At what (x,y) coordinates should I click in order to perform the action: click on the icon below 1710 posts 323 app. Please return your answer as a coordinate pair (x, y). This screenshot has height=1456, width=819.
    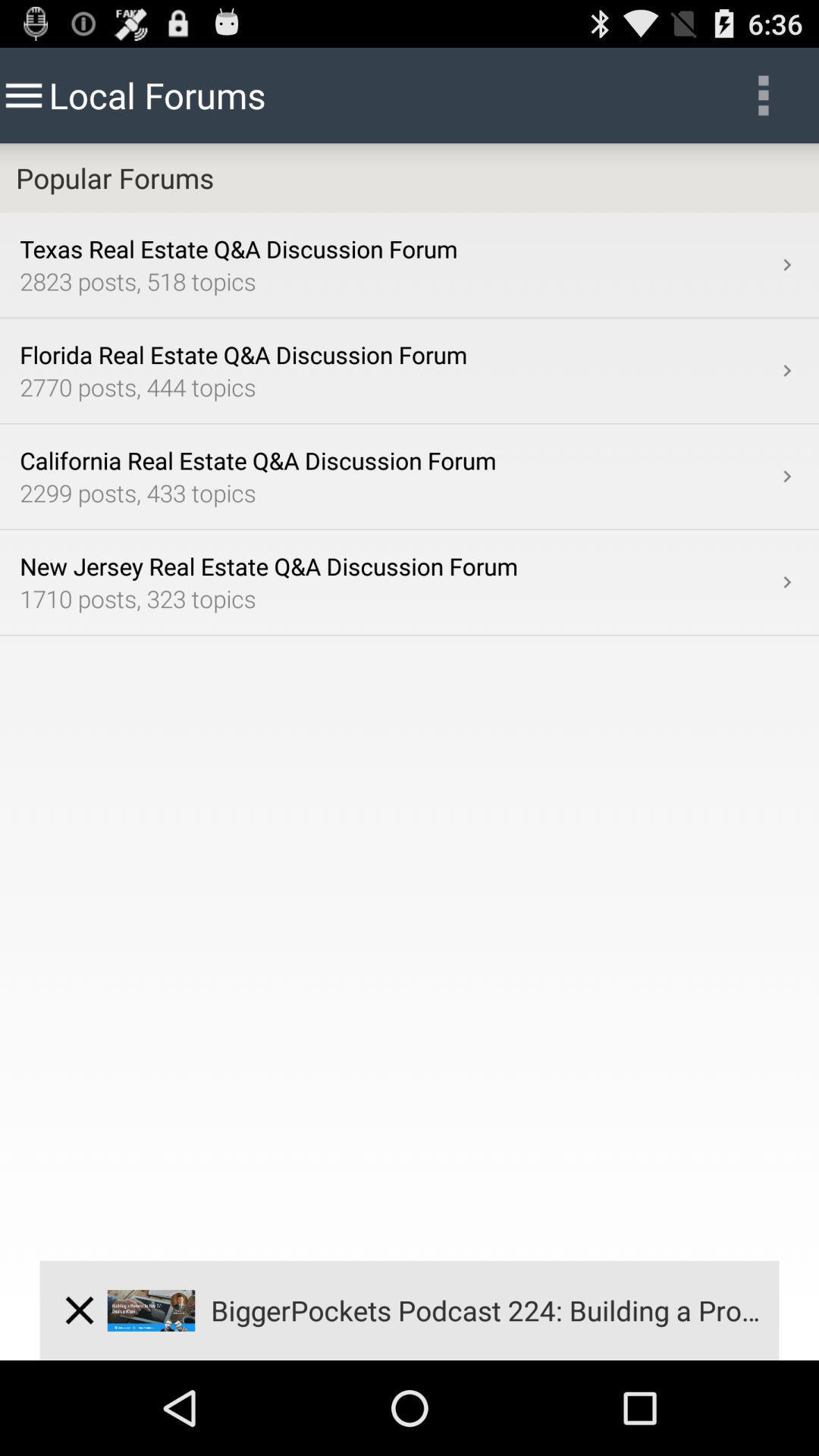
    Looking at the image, I should click on (79, 1310).